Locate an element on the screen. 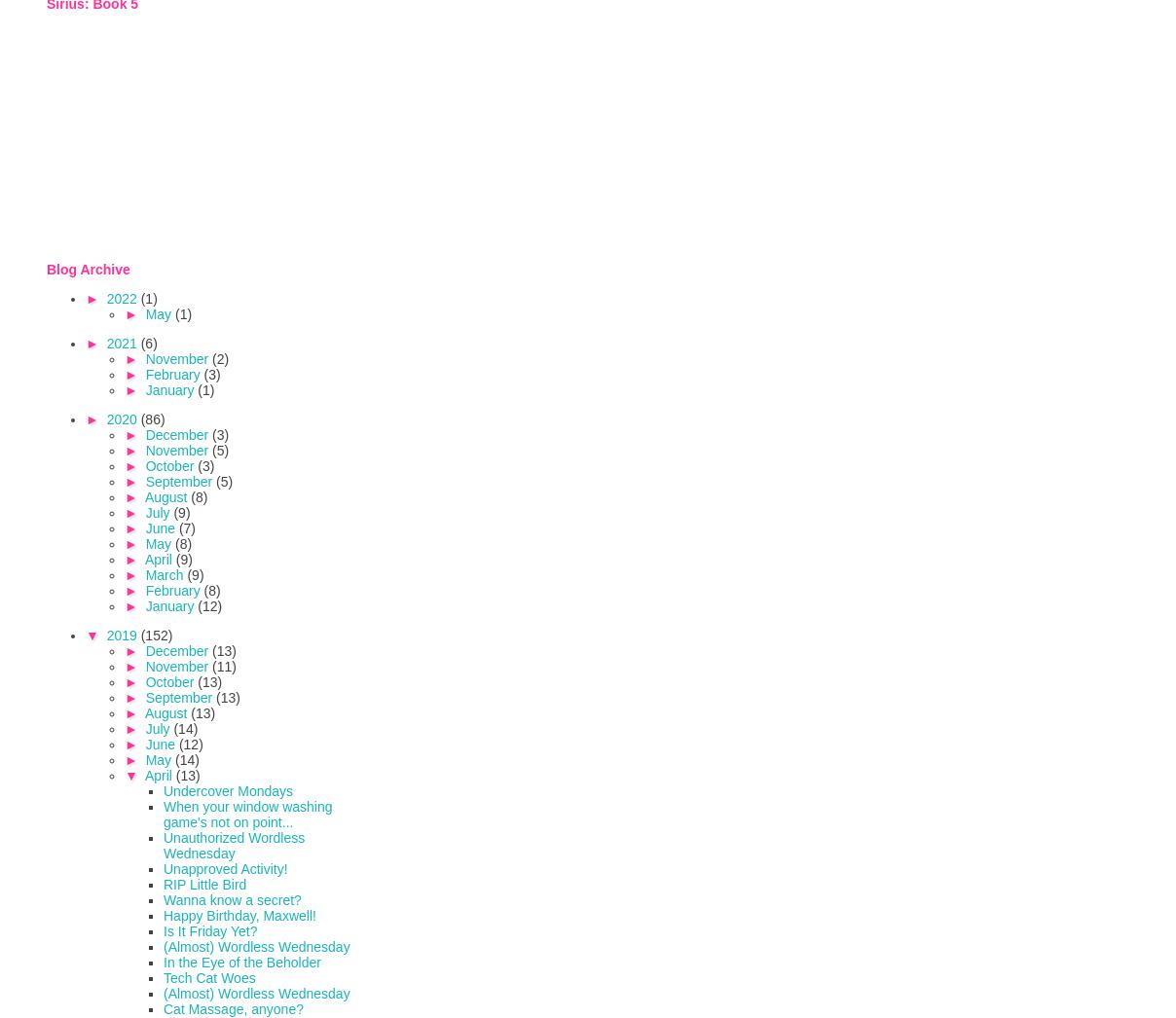 This screenshot has width=1176, height=1018. 'Unauthorized Wordless Wednesday' is located at coordinates (234, 843).